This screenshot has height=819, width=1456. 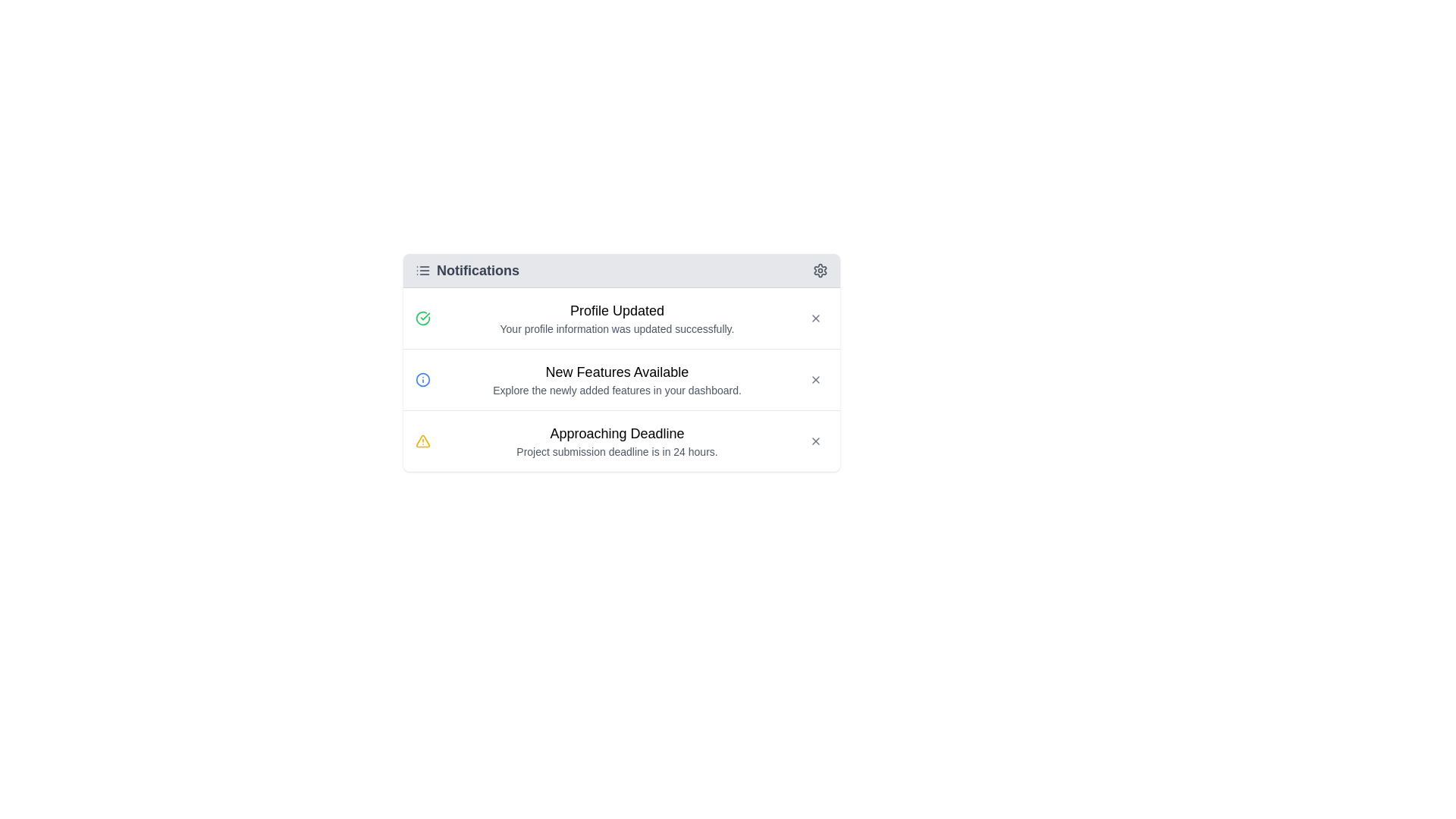 I want to click on details of the Text Content Block that contains the title 'New Features Available' and the descriptive text 'Explore the newly added features in your dashboard.', so click(x=617, y=379).